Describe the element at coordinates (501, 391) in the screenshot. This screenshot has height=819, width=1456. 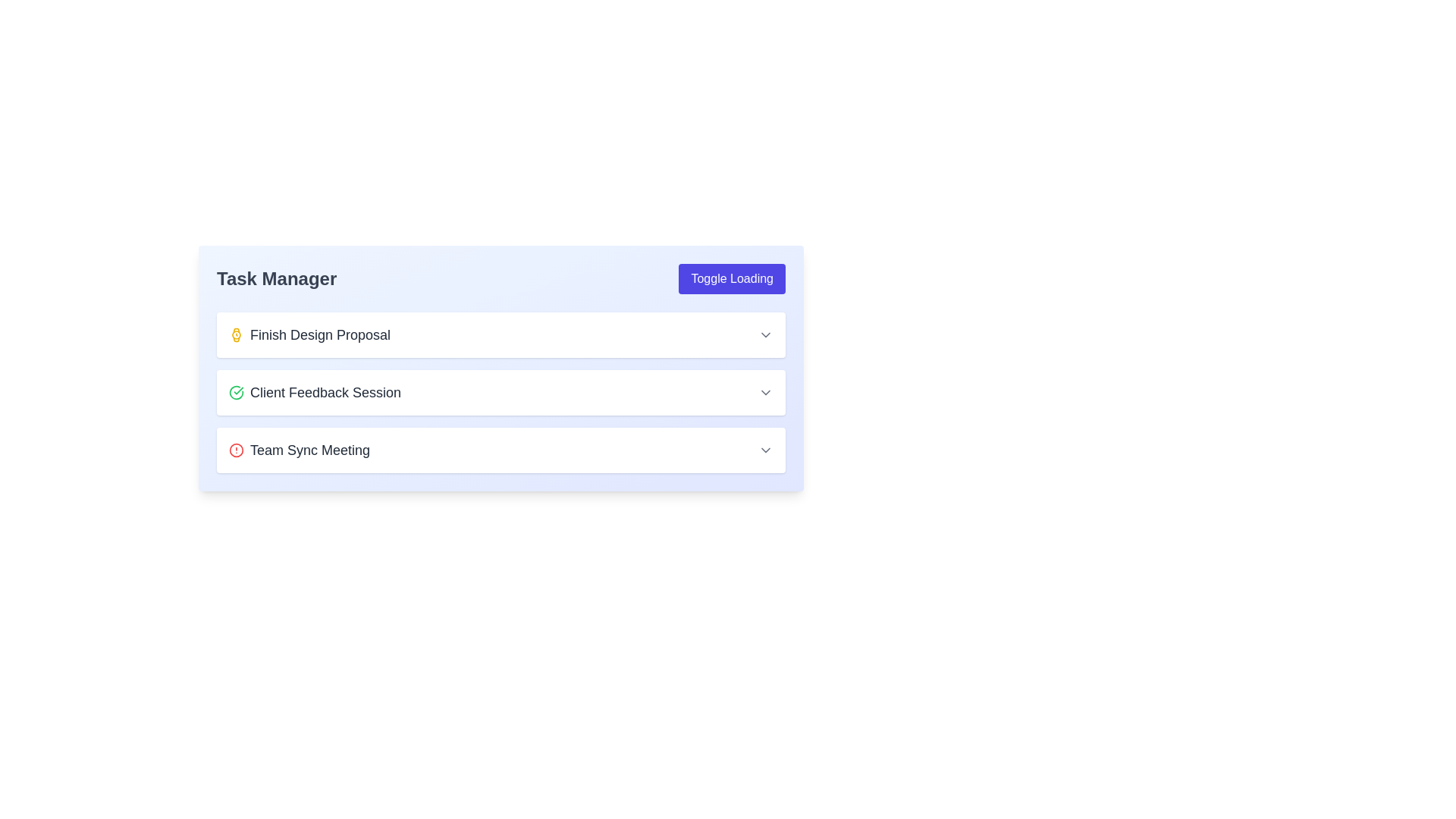
I see `the task entry titled 'Client Feedback Session'` at that location.